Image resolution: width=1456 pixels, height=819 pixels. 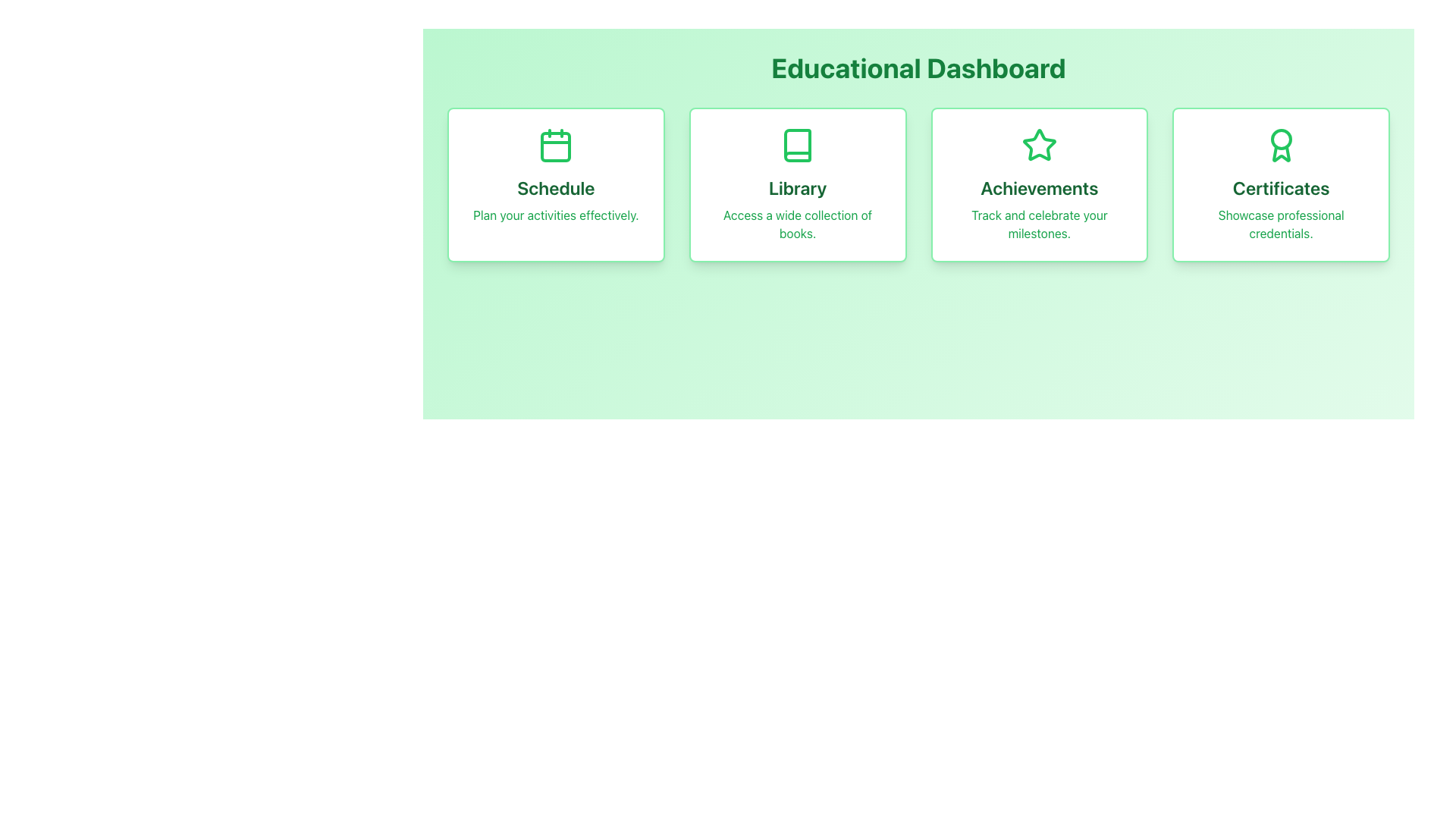 What do you see at coordinates (918, 67) in the screenshot?
I see `the heading or title text indicating 'Educational Dashboard', which is centrally positioned at the top of the page, preceding the grid layout of sections` at bounding box center [918, 67].